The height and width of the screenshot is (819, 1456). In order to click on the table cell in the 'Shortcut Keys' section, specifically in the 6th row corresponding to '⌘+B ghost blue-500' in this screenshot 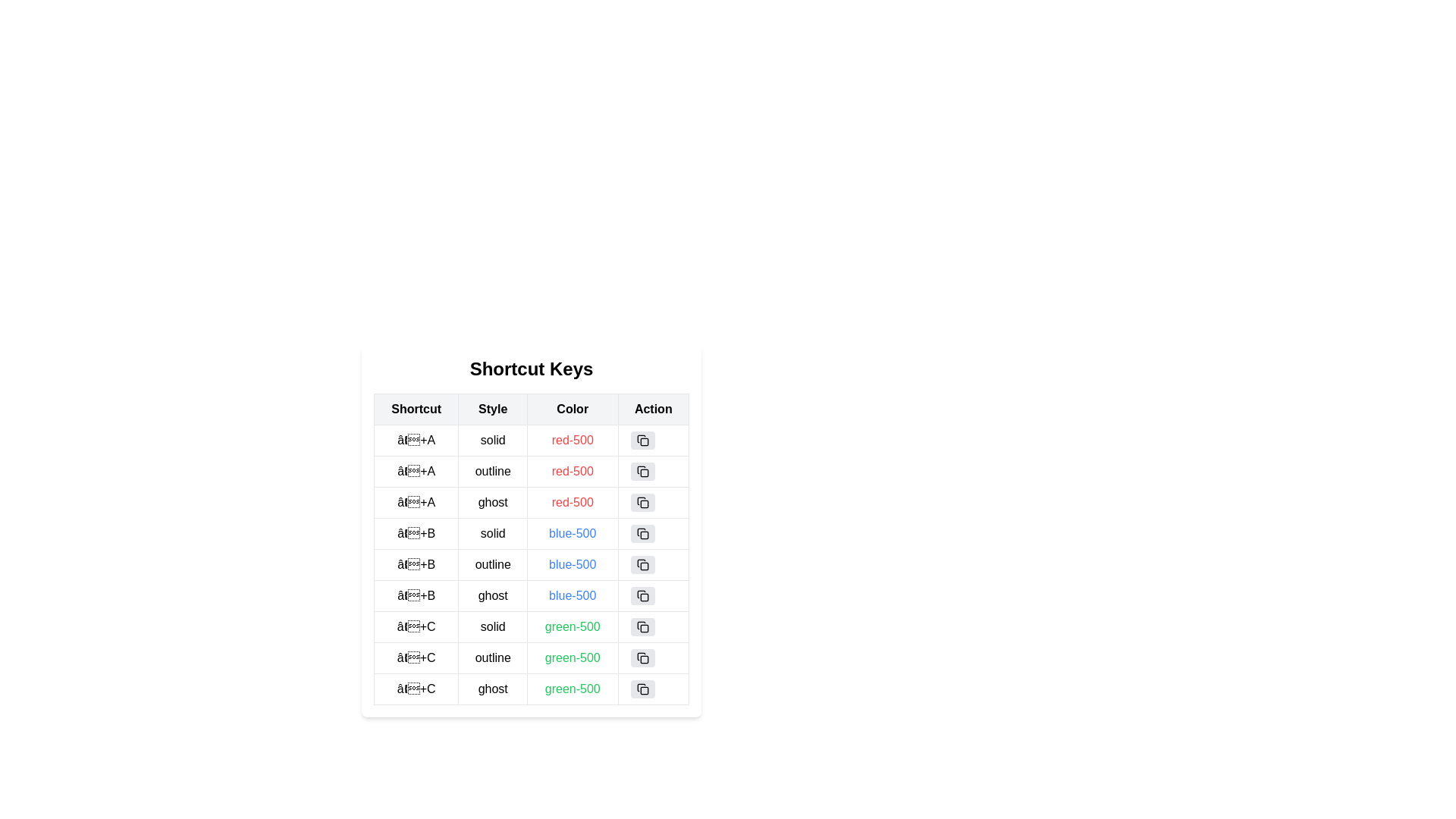, I will do `click(531, 595)`.